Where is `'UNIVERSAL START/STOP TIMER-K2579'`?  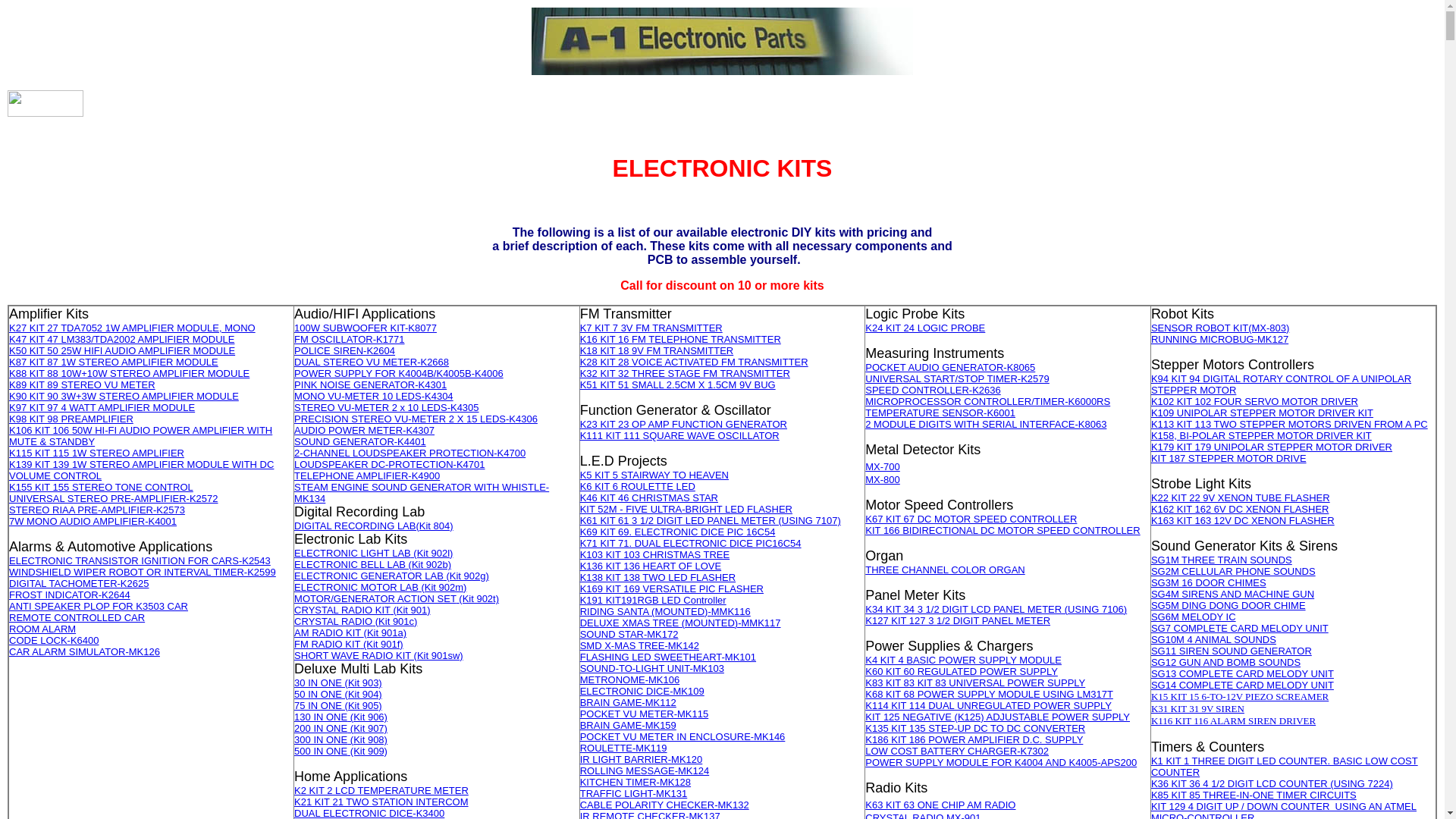 'UNIVERSAL START/STOP TIMER-K2579' is located at coordinates (956, 378).